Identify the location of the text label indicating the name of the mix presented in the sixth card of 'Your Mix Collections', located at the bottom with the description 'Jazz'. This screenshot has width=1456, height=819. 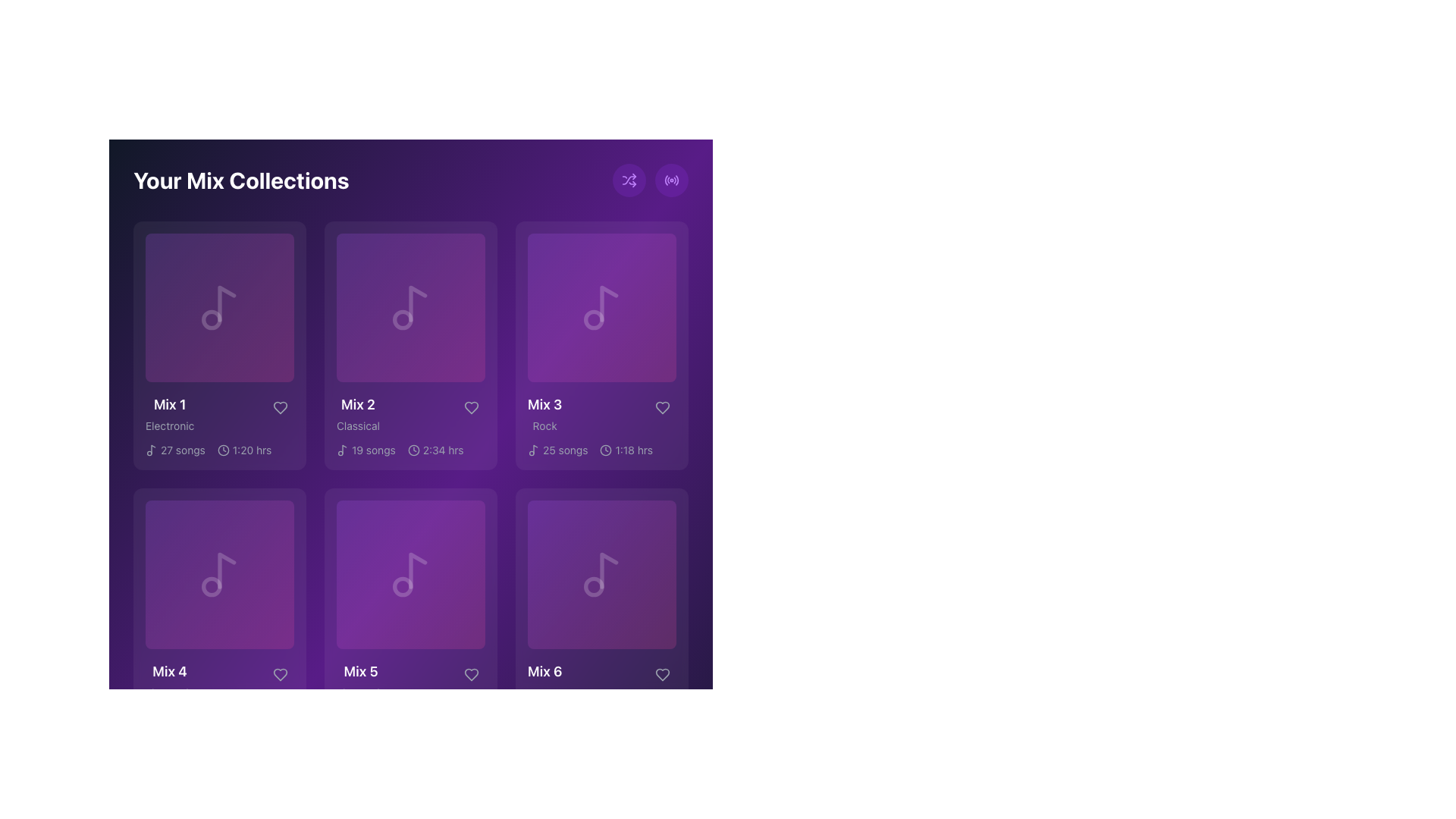
(544, 671).